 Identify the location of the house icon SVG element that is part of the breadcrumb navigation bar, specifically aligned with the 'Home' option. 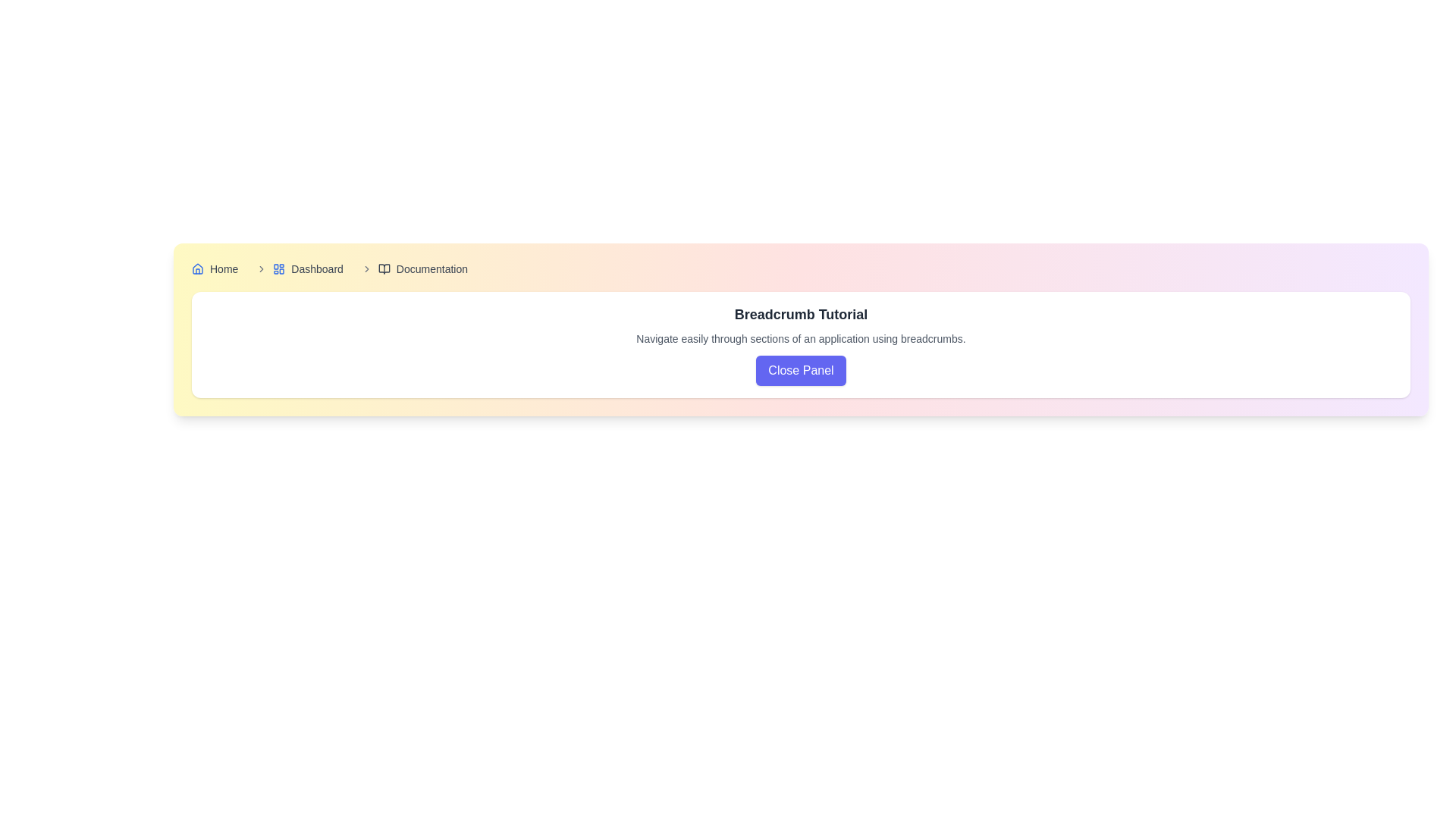
(196, 268).